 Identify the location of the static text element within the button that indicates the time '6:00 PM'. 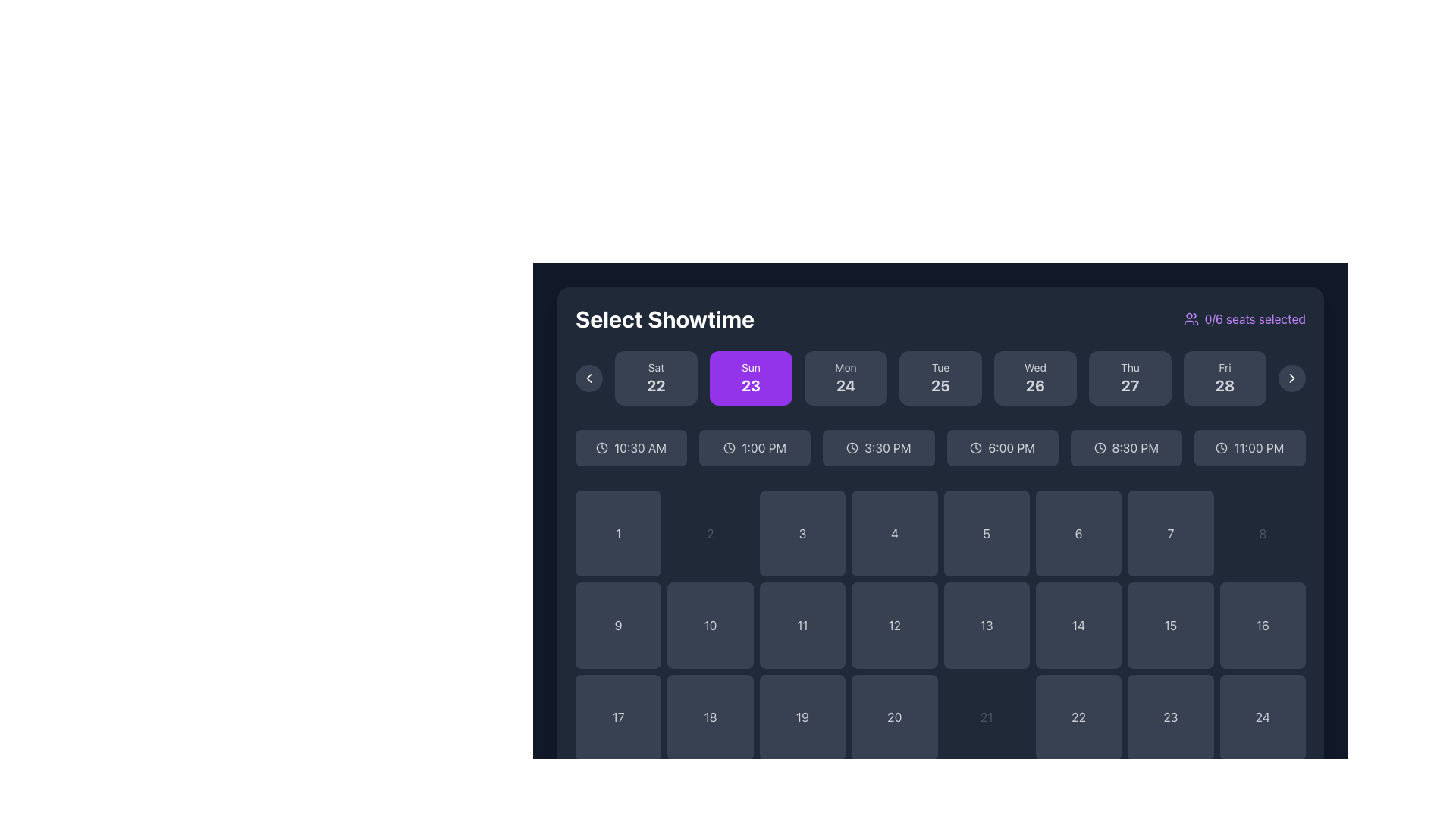
(1012, 447).